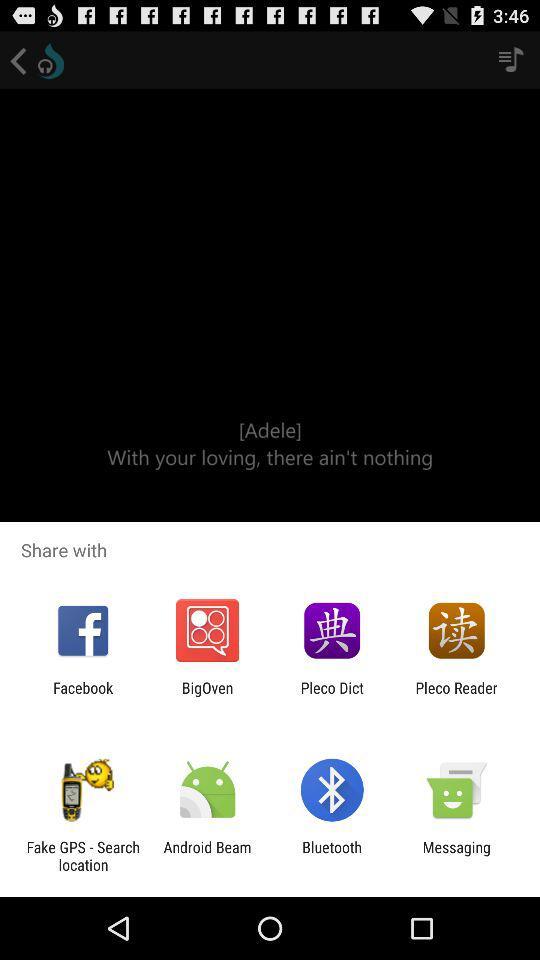 Image resolution: width=540 pixels, height=960 pixels. What do you see at coordinates (206, 696) in the screenshot?
I see `the item to the right of the facebook app` at bounding box center [206, 696].